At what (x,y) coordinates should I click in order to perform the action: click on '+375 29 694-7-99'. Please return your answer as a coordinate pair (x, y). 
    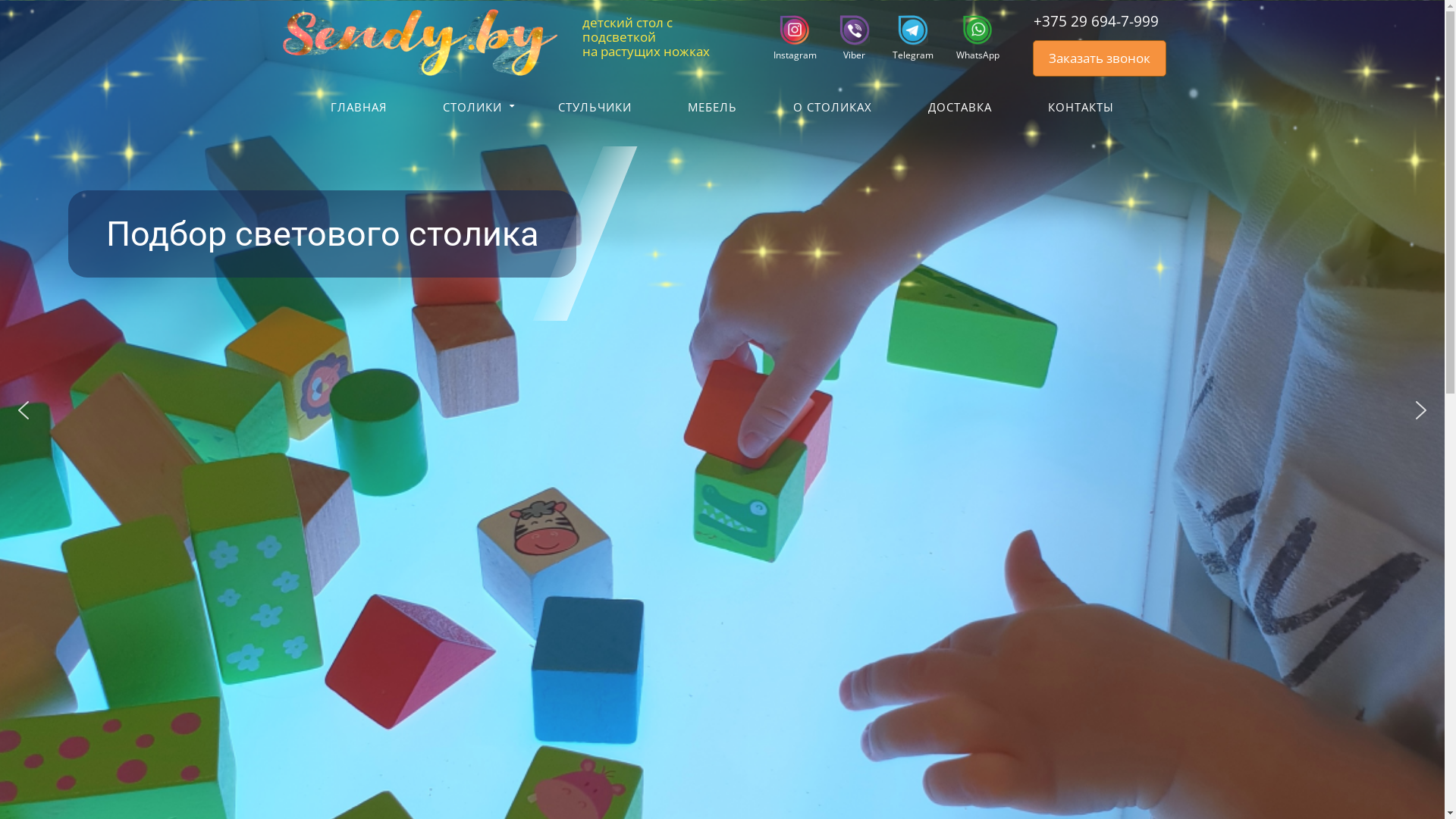
    Looking at the image, I should click on (1084, 20).